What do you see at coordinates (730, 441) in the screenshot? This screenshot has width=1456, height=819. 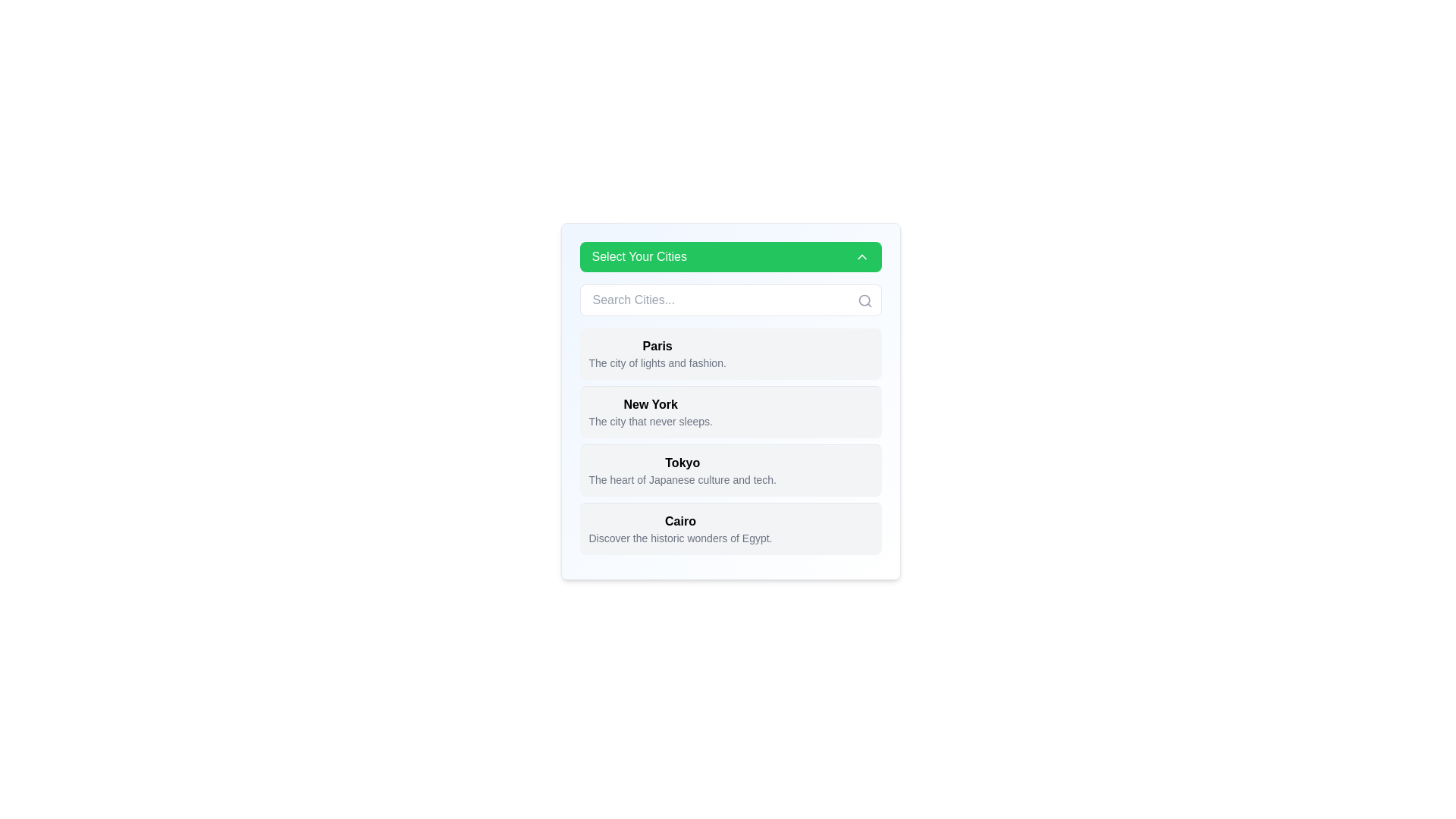 I see `the 'New York' entry in the interactive city list, which is highlighted with a light gray background and changes to light green when hovered, located below the 'Search Cities...' input field` at bounding box center [730, 441].